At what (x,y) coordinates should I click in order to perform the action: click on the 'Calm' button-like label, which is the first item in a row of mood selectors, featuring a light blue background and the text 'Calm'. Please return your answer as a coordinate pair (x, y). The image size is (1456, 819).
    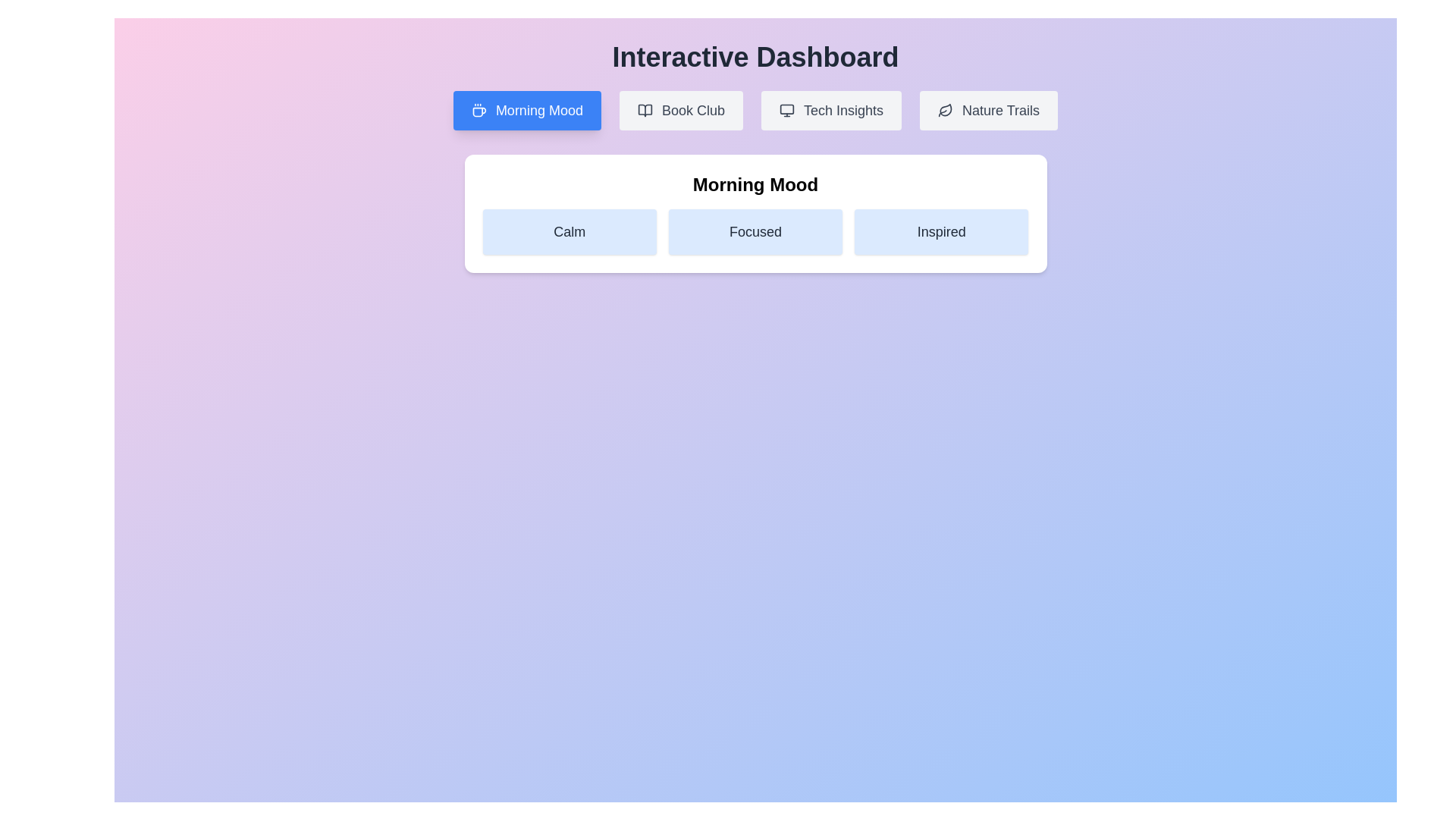
    Looking at the image, I should click on (569, 231).